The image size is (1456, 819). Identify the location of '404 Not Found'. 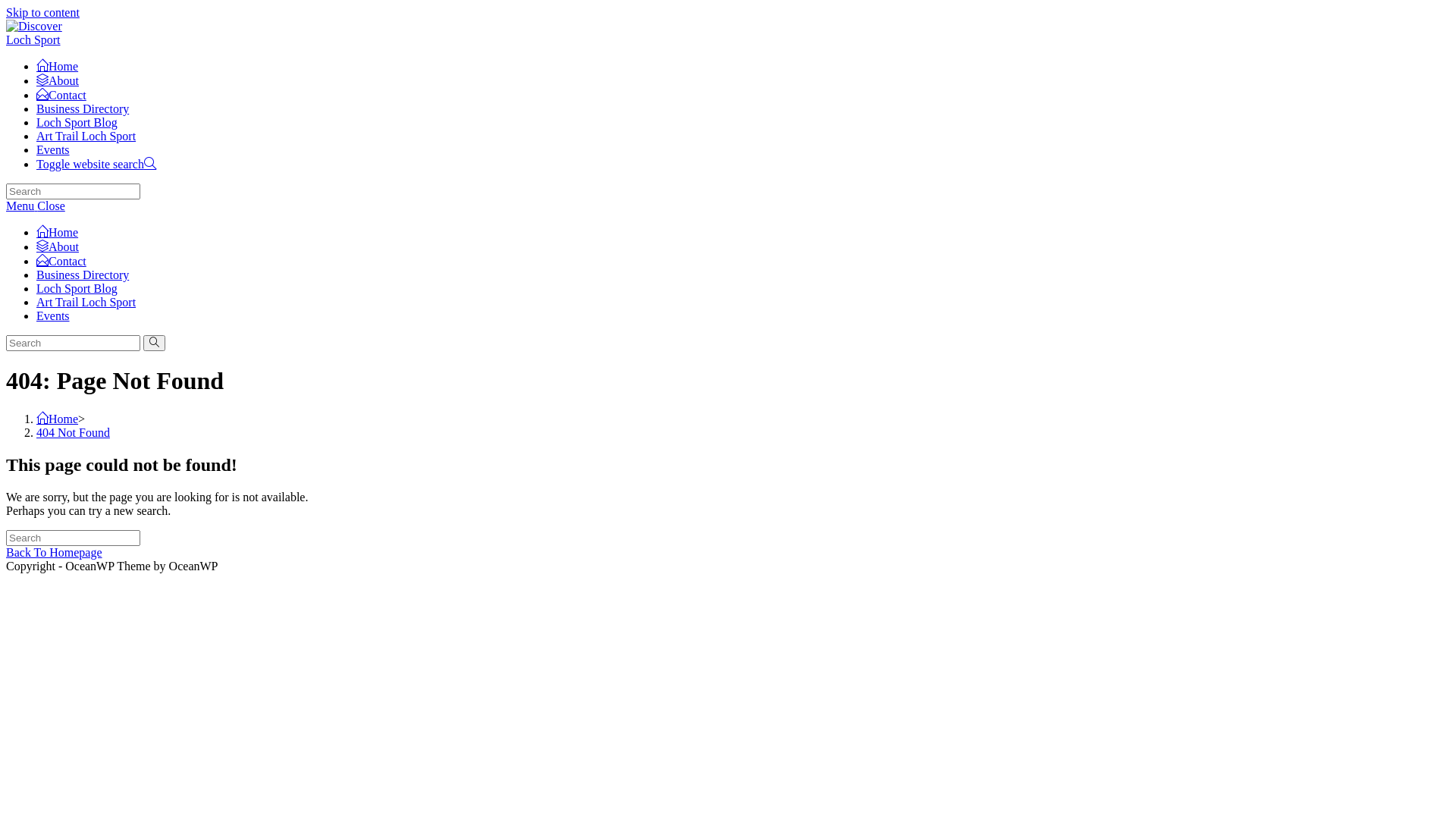
(72, 432).